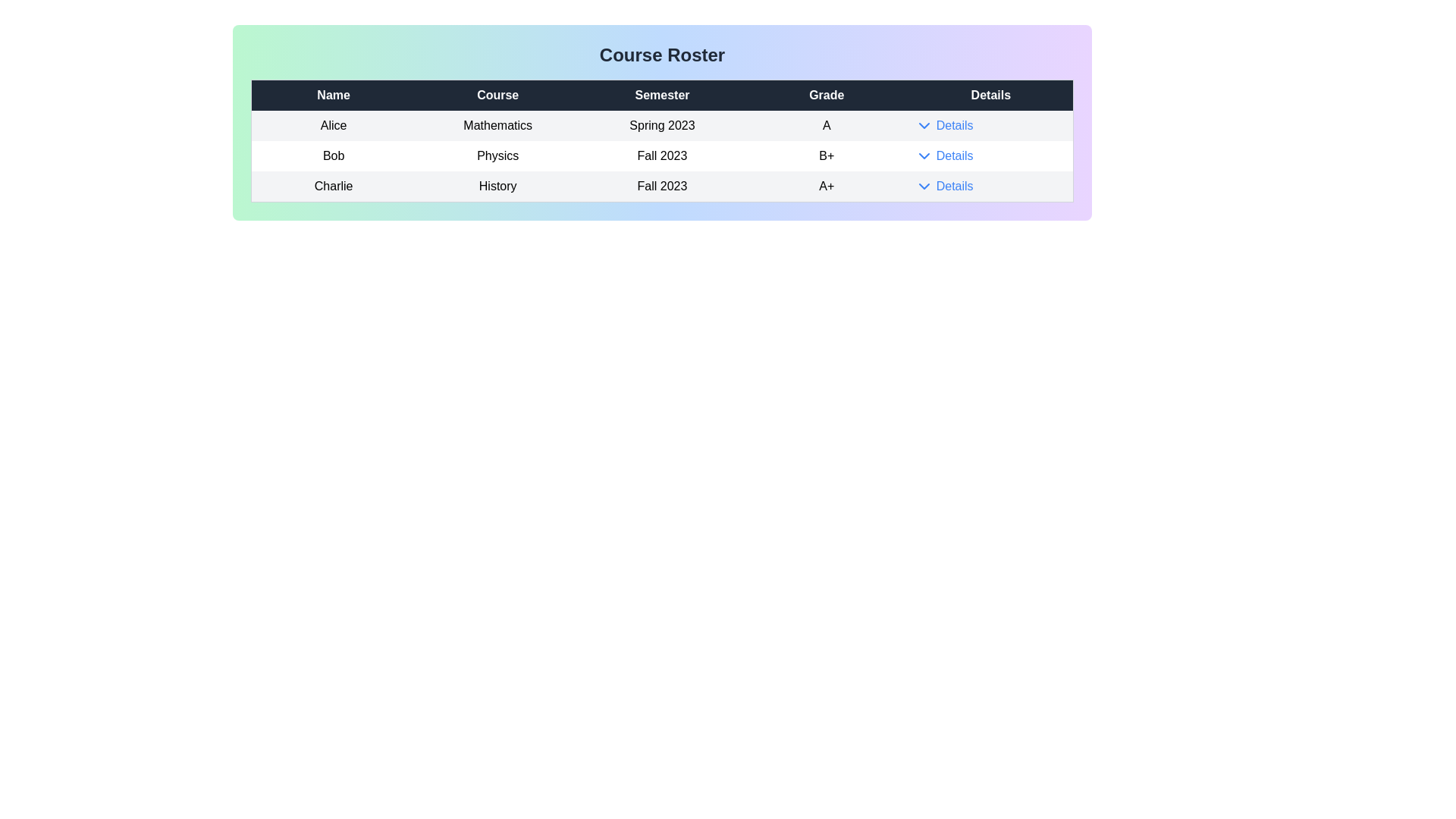  What do you see at coordinates (332, 95) in the screenshot?
I see `the 'Name' text label/header element, which is the first header in the grid layout and has white text on a dark background` at bounding box center [332, 95].